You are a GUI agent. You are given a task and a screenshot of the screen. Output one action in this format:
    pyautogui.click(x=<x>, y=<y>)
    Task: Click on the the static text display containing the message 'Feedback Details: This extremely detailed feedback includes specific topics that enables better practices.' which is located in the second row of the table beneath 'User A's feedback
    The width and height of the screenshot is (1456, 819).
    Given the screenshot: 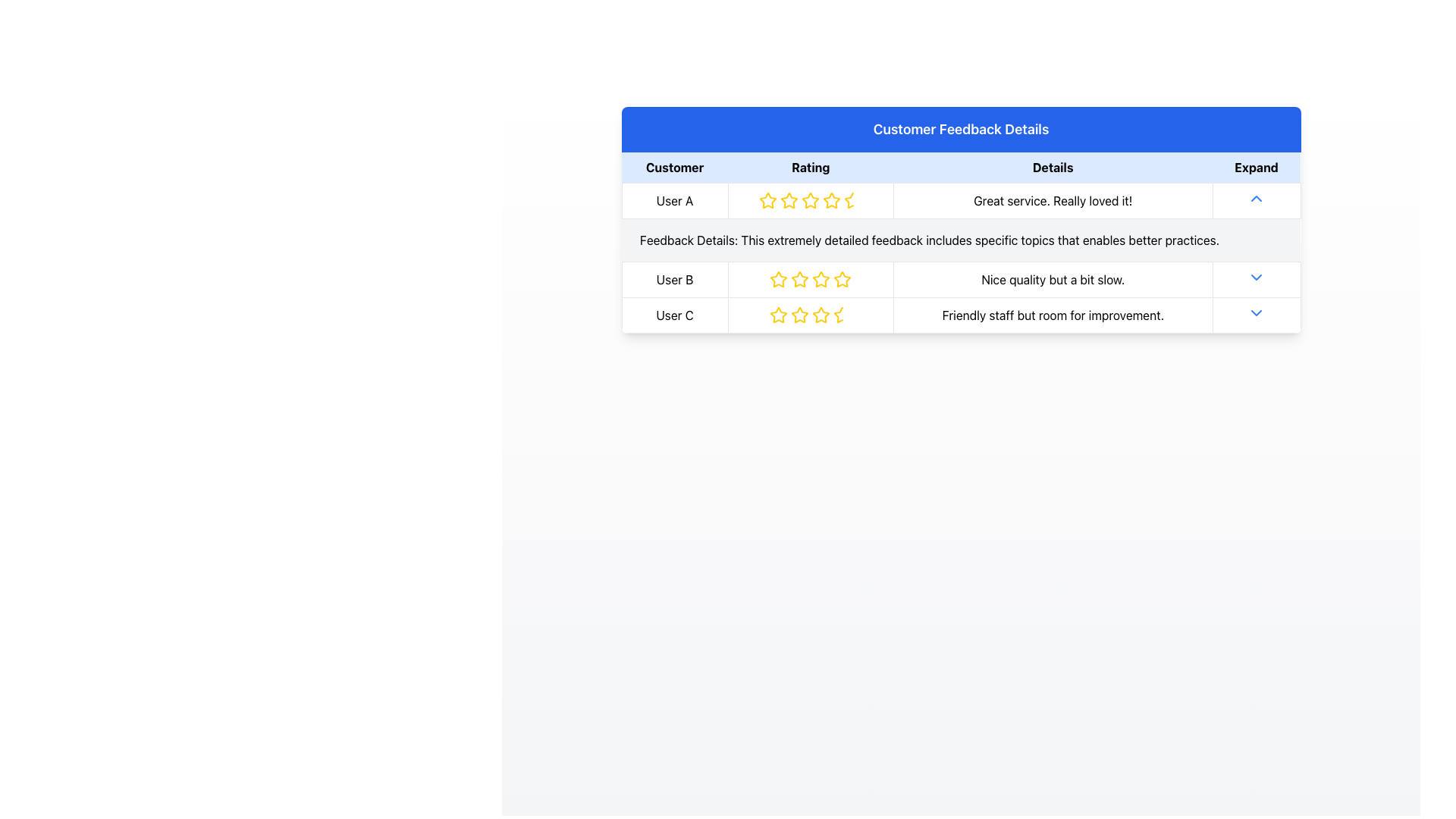 What is the action you would take?
    pyautogui.click(x=960, y=239)
    